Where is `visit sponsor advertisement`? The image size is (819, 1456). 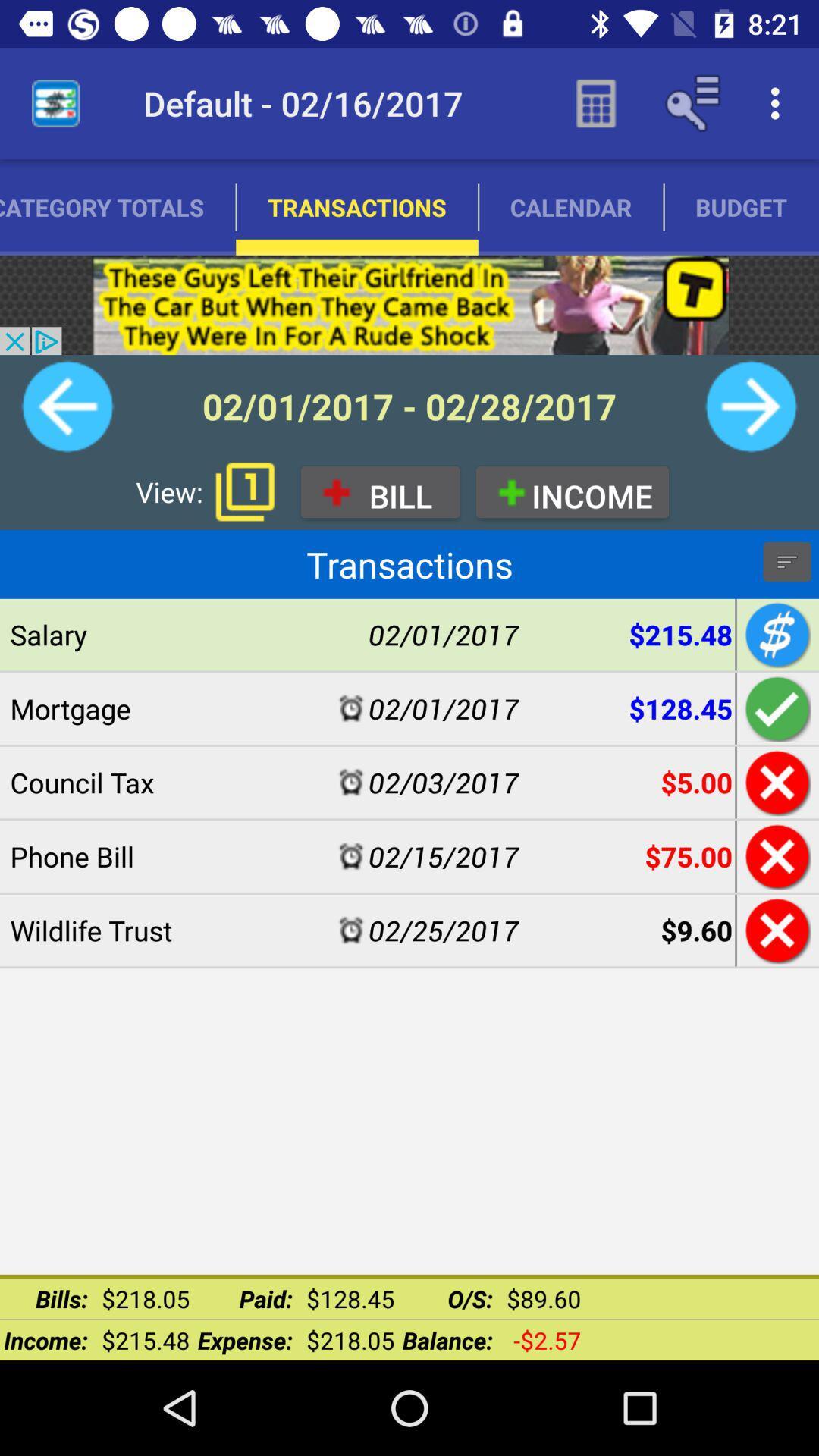 visit sponsor advertisement is located at coordinates (409, 304).